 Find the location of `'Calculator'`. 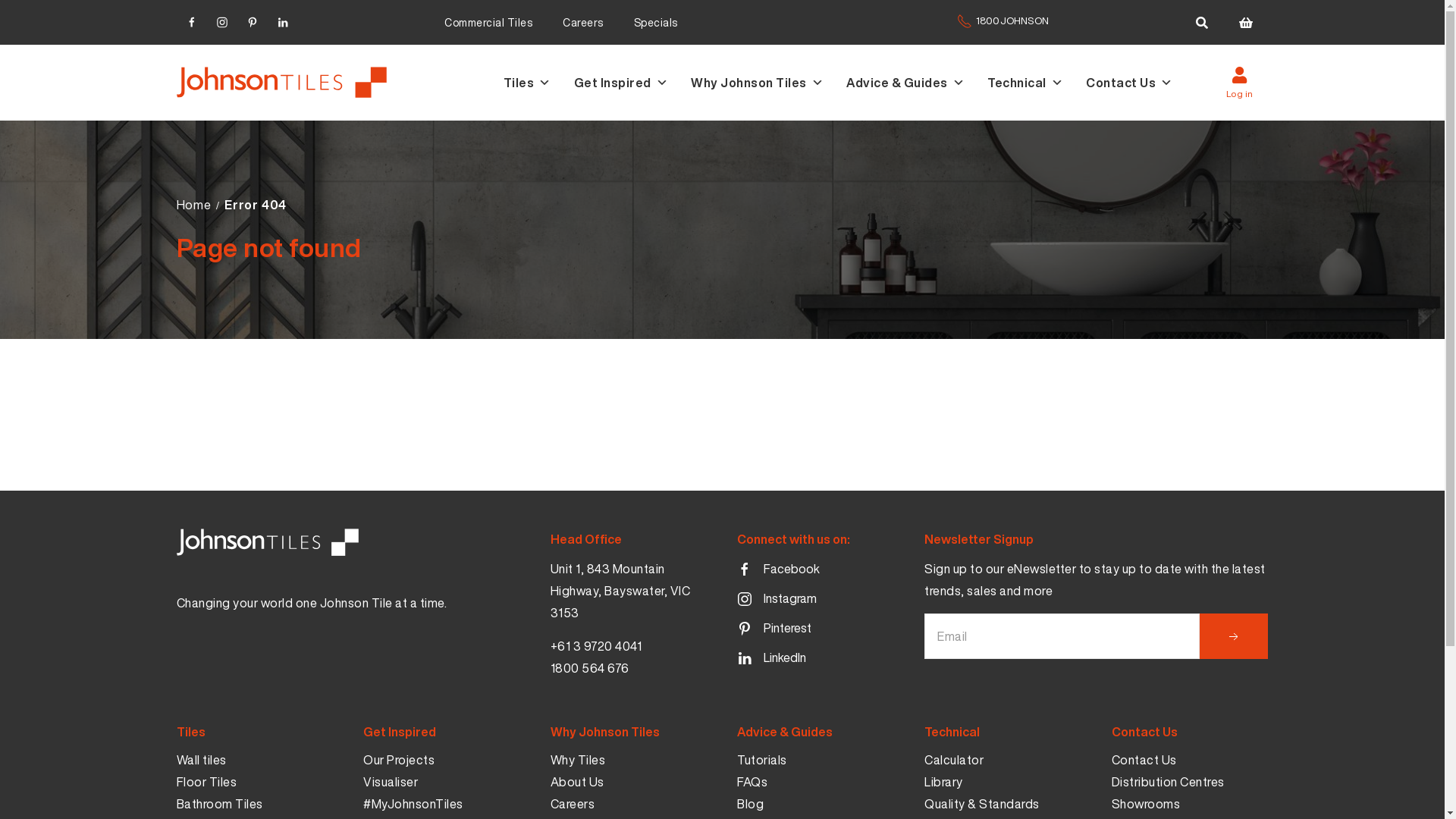

'Calculator' is located at coordinates (952, 760).